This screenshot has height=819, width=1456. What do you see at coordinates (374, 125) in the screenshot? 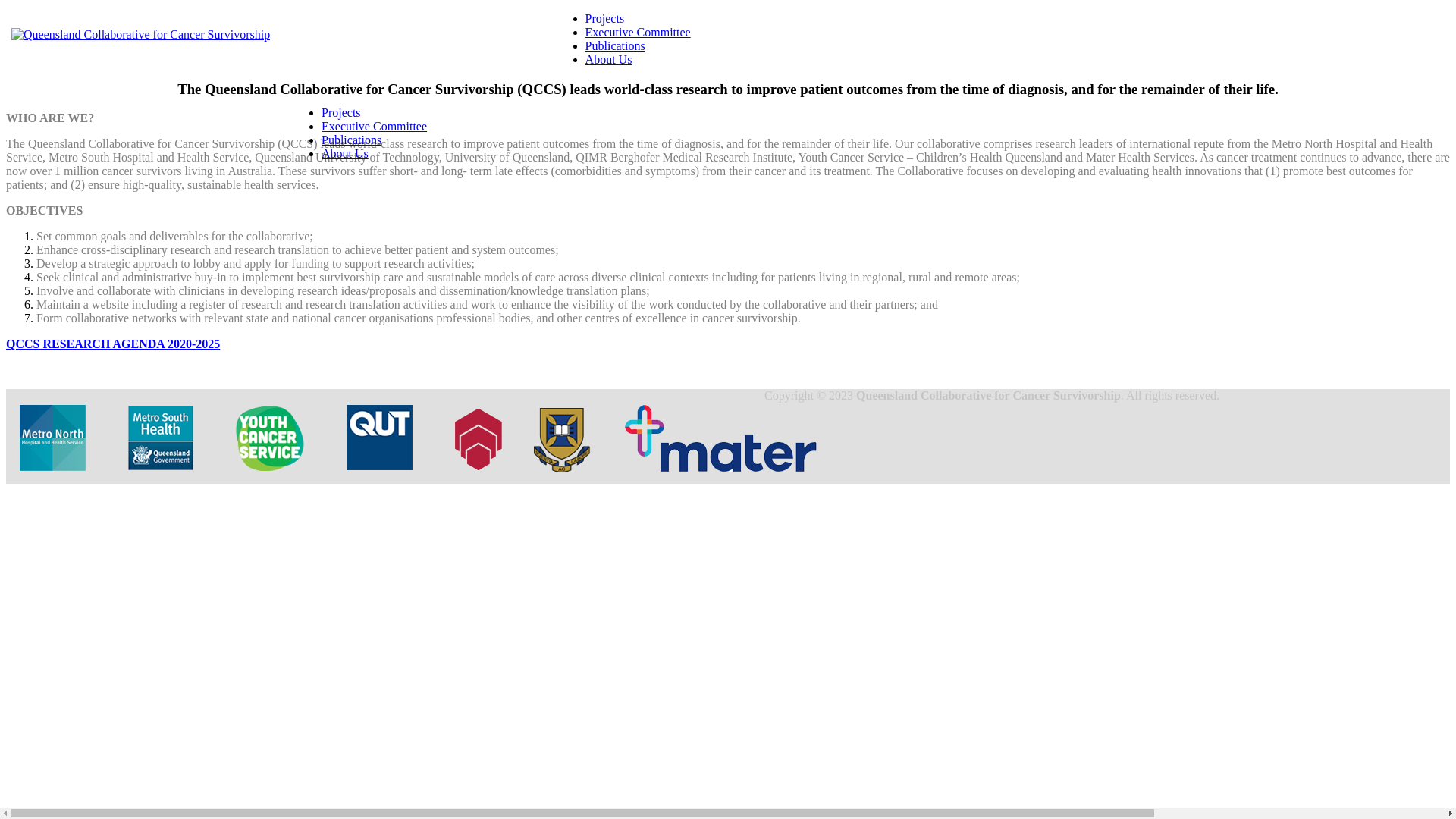
I see `'Executive Committee'` at bounding box center [374, 125].